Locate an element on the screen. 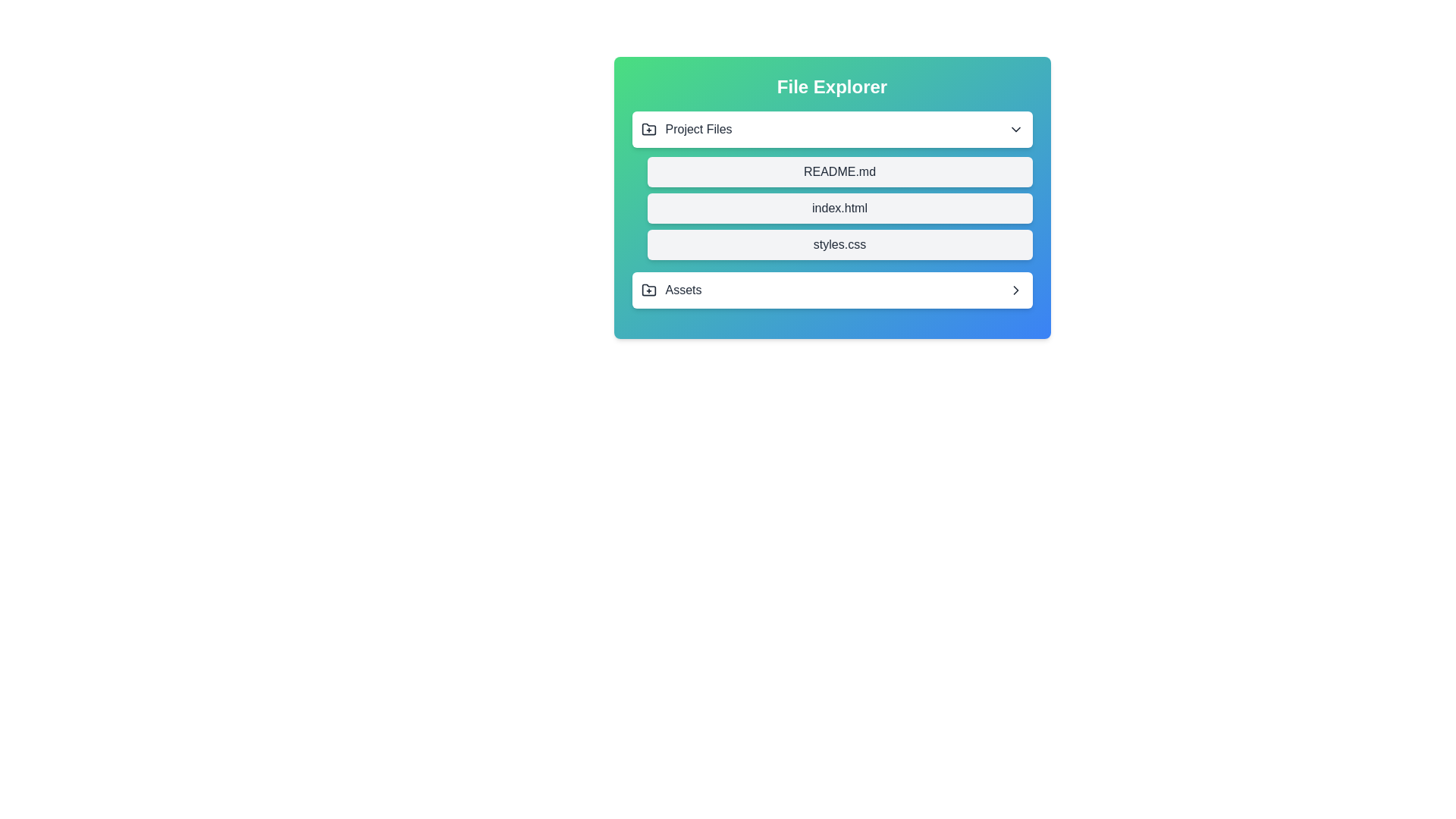 The height and width of the screenshot is (819, 1456). the 'README.md' button located in the upper section of the 'File Explorer' panel is located at coordinates (839, 171).